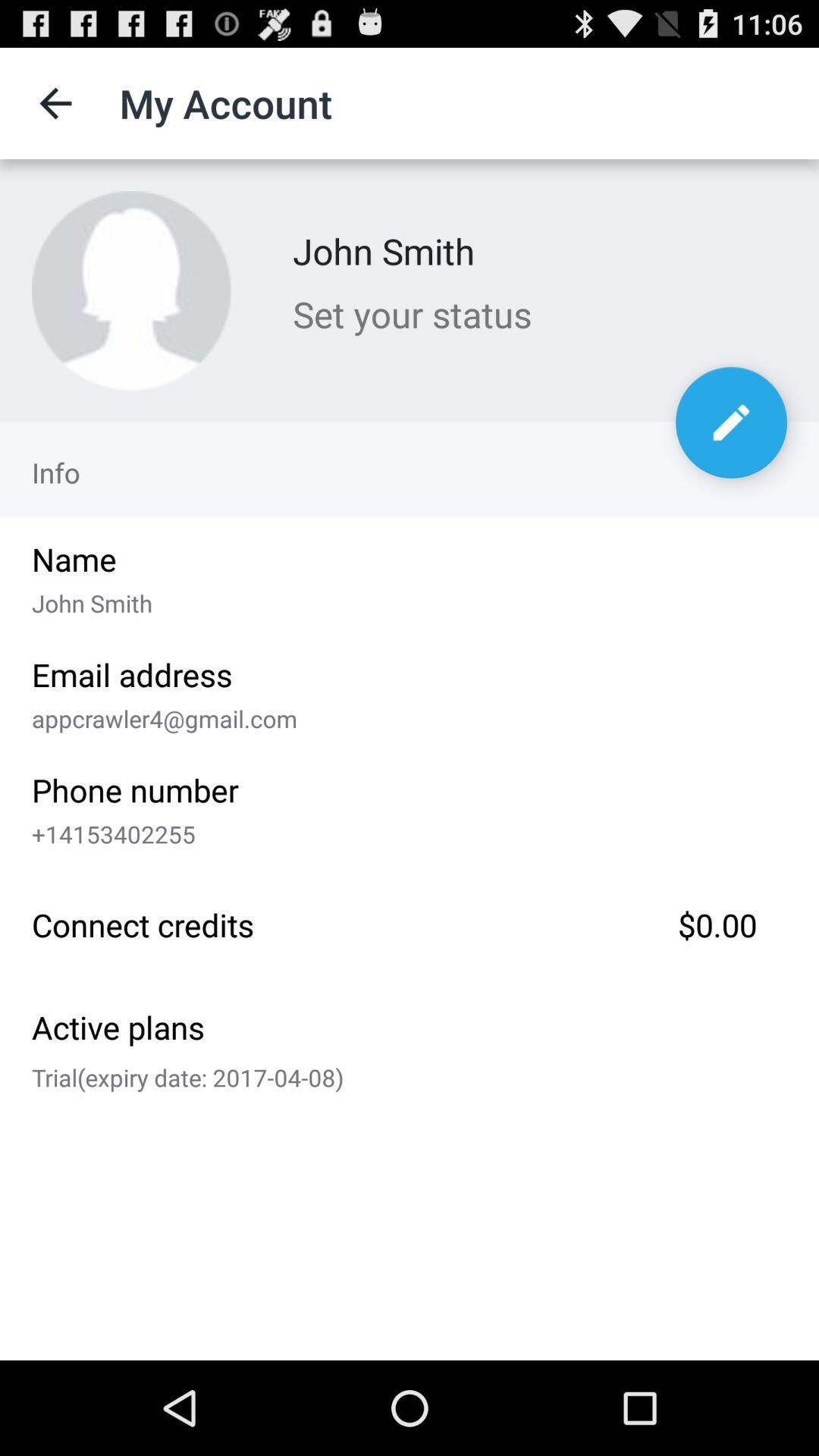 The width and height of the screenshot is (819, 1456). Describe the element at coordinates (409, 714) in the screenshot. I see `appcrawler4@gmail.com` at that location.